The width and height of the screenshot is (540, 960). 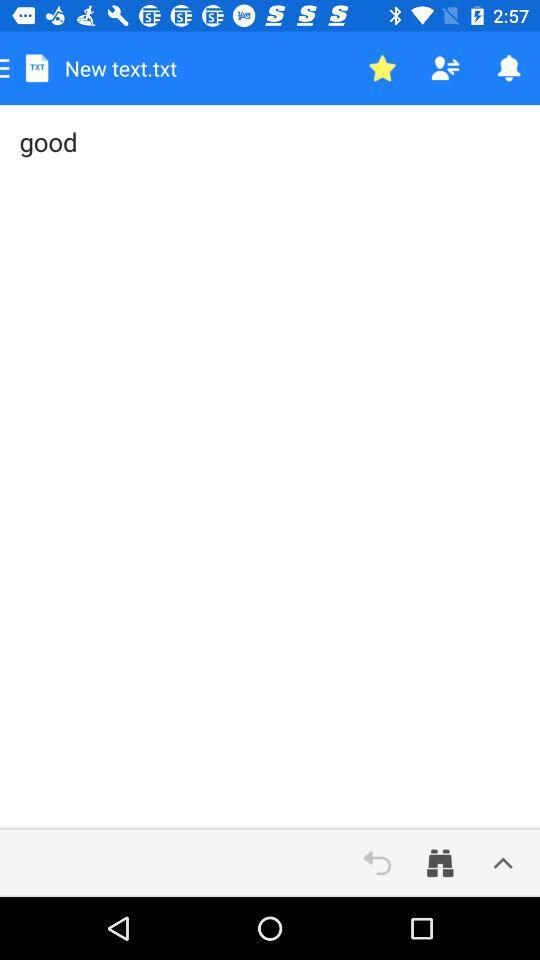 What do you see at coordinates (508, 68) in the screenshot?
I see `the item above the good` at bounding box center [508, 68].